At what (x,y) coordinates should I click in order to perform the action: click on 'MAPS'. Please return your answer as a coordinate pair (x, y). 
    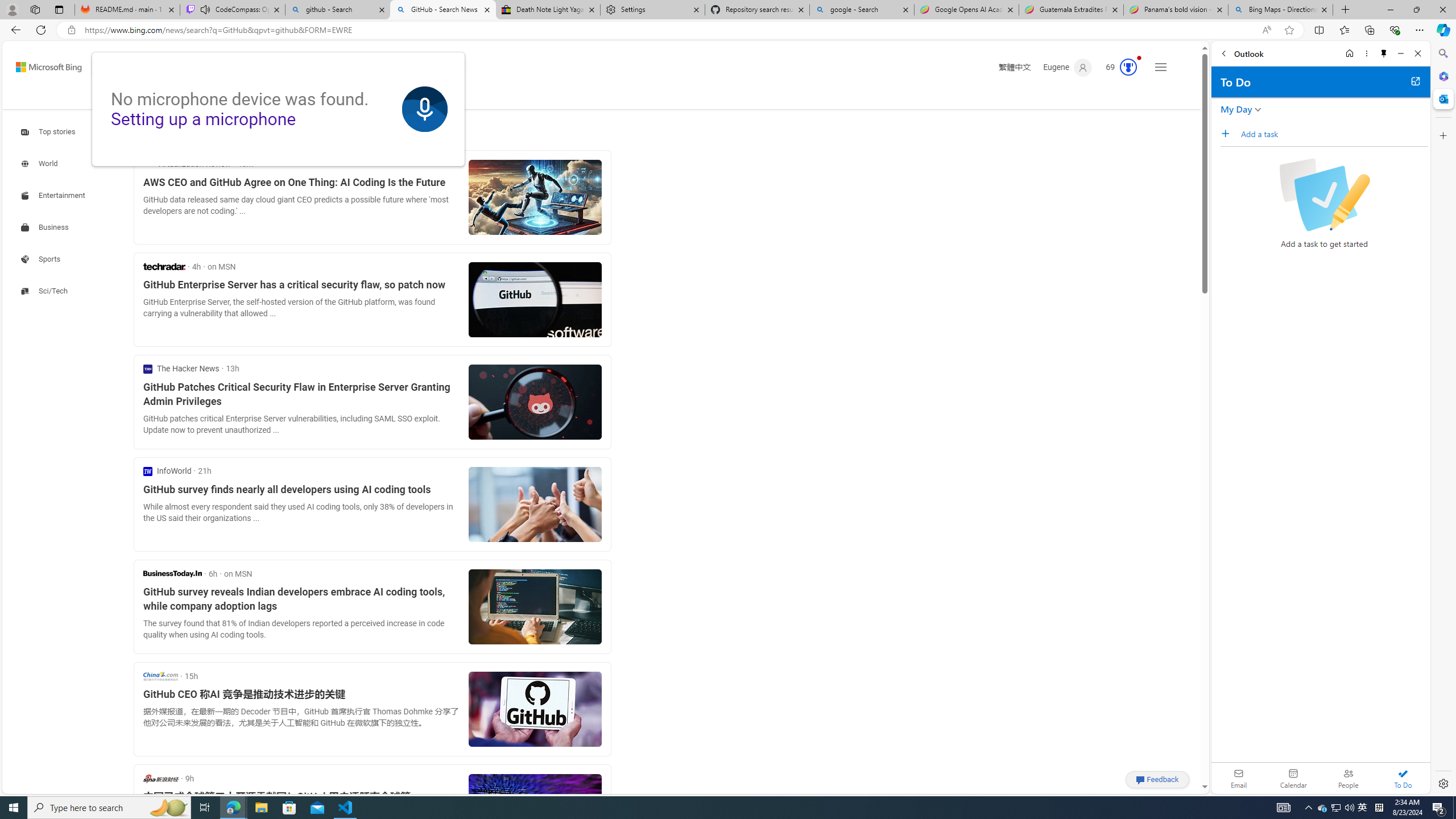
    Looking at the image, I should click on (311, 96).